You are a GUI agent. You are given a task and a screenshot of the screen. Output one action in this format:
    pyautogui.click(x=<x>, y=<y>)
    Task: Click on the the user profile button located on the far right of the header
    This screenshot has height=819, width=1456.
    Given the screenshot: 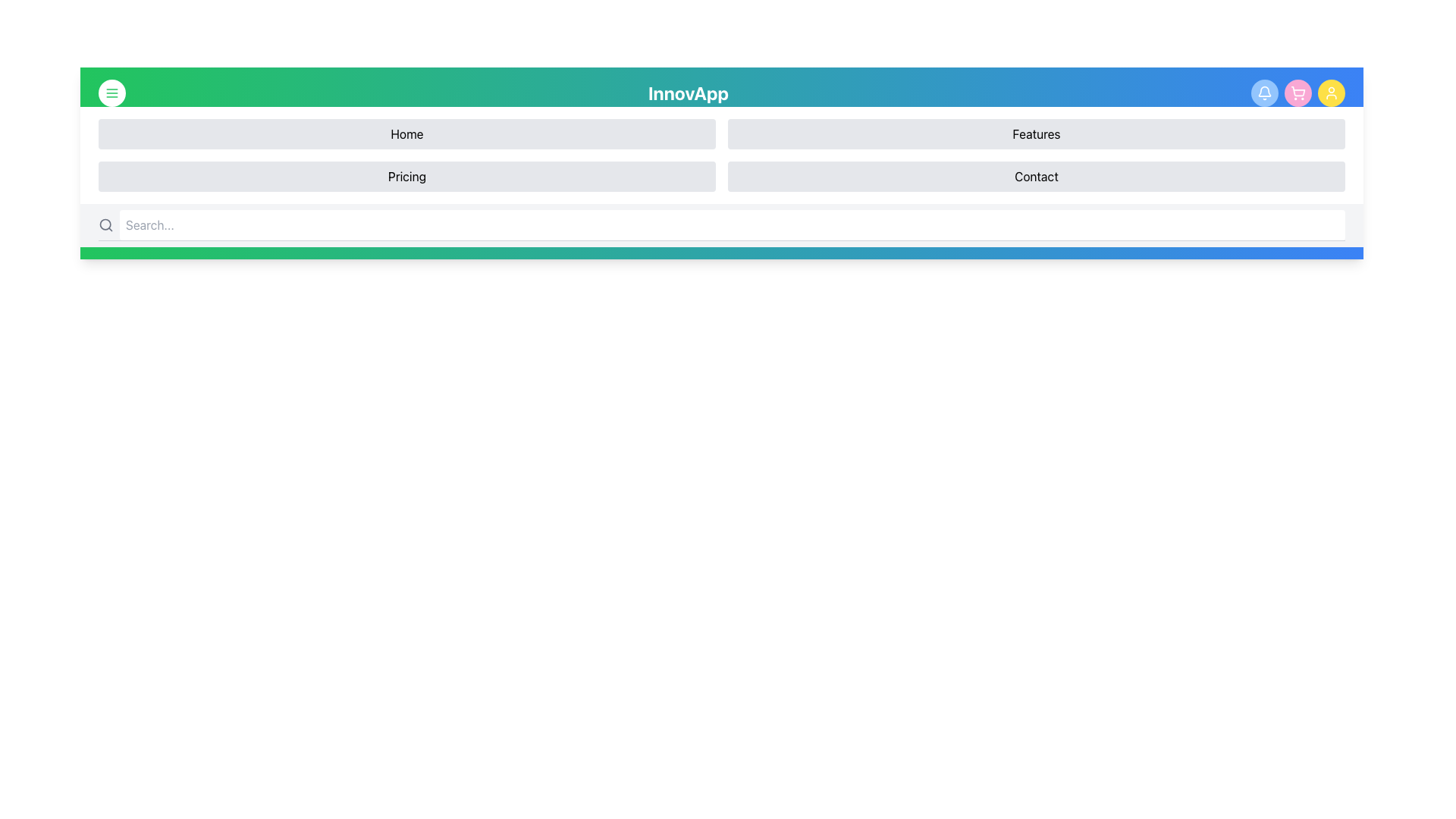 What is the action you would take?
    pyautogui.click(x=1331, y=93)
    